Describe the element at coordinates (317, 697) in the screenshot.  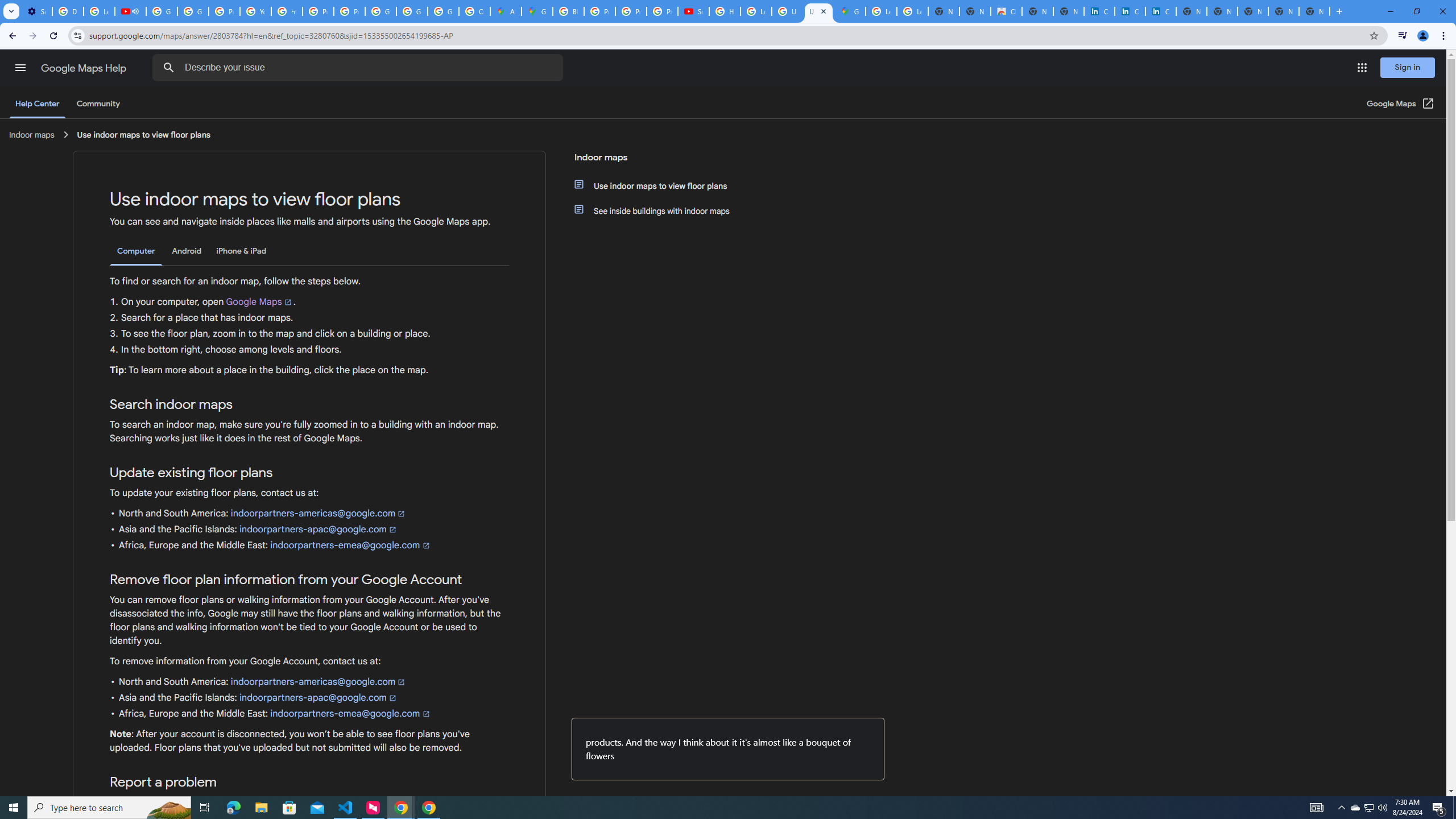
I see `'indoorpartners-apac@google.com'` at that location.